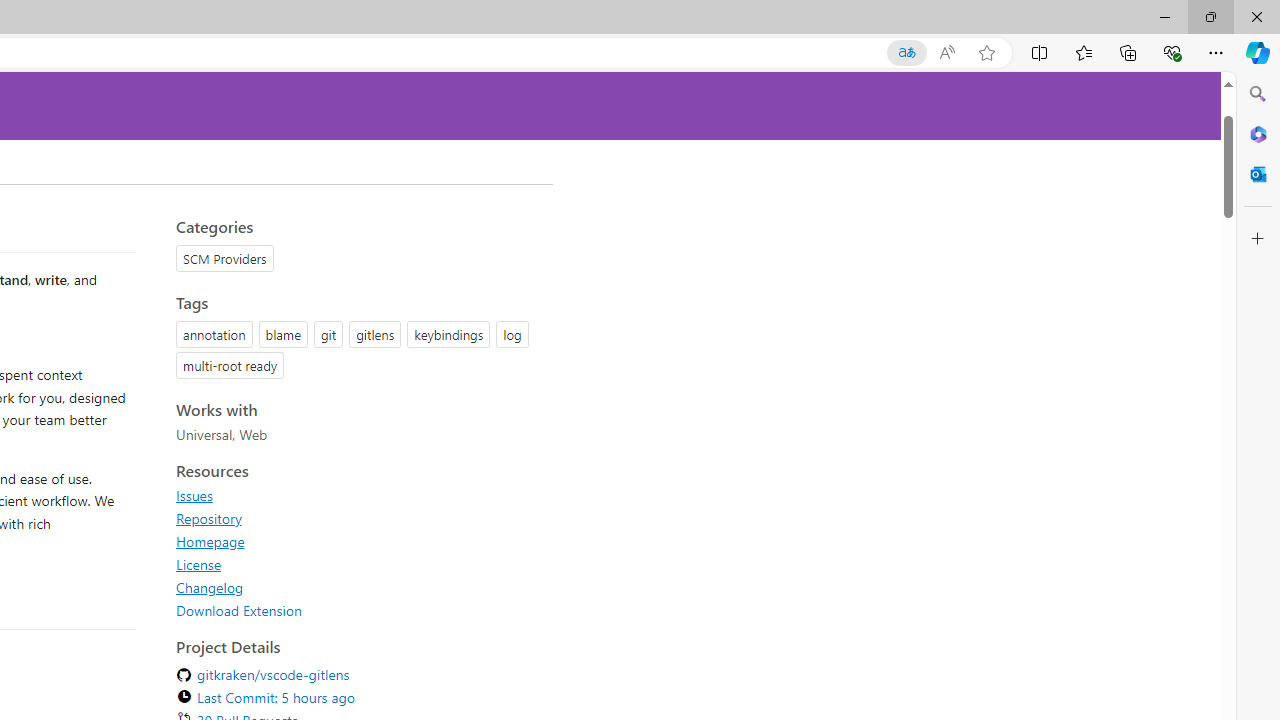  Describe the element at coordinates (1257, 51) in the screenshot. I see `'Copilot (Ctrl+Shift+.)'` at that location.